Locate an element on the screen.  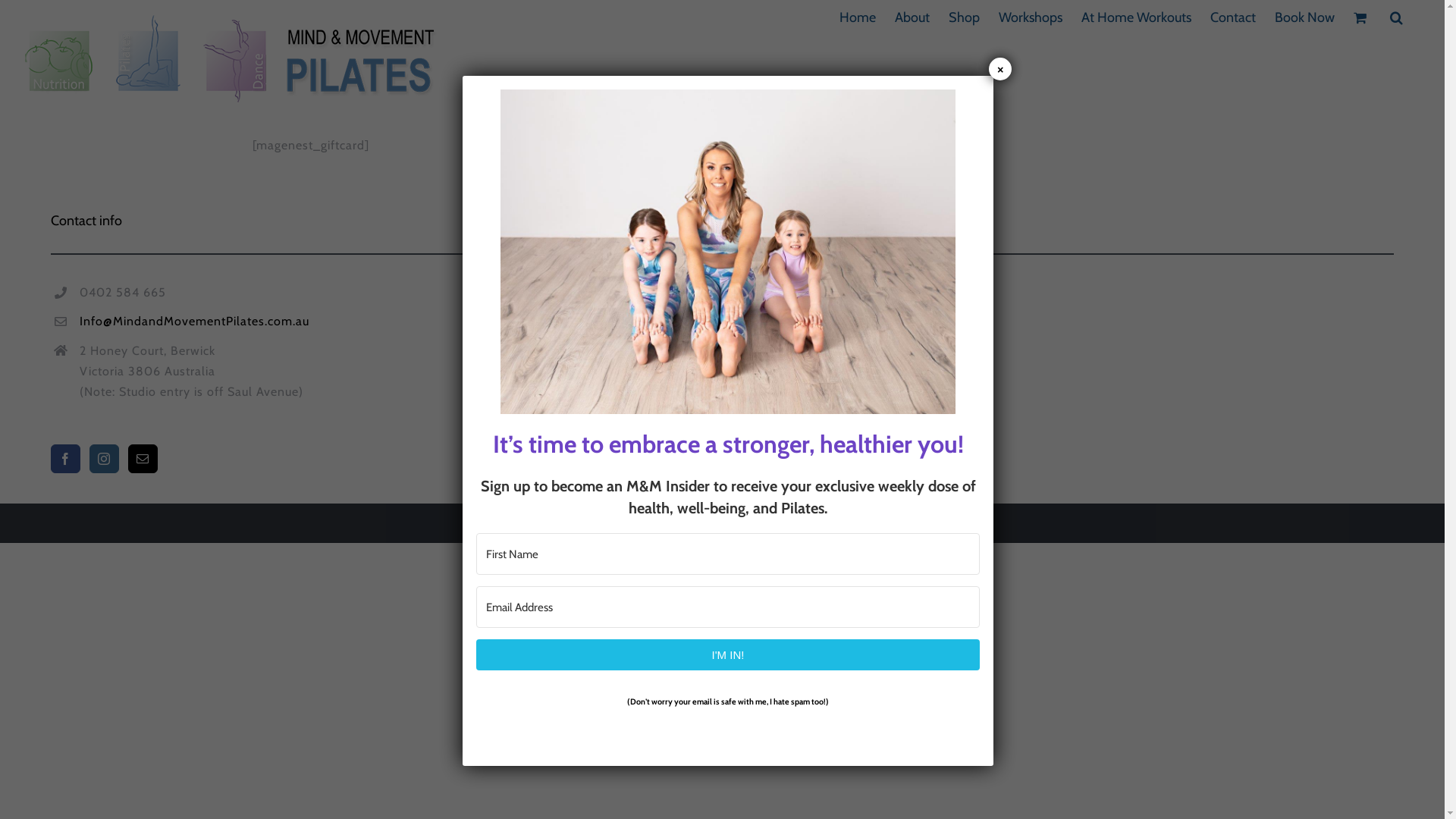
'Search' is located at coordinates (1395, 17).